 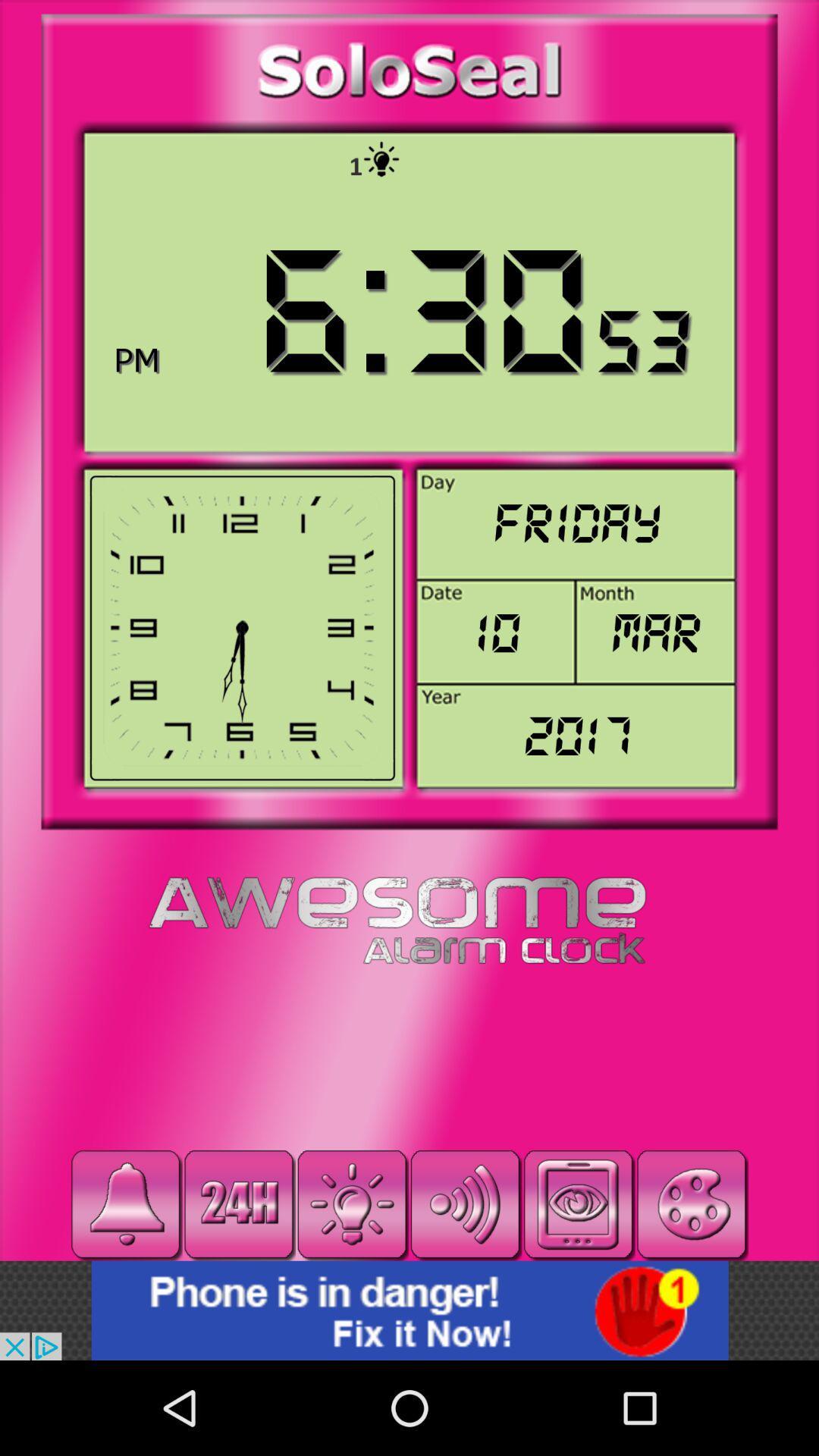 What do you see at coordinates (352, 1203) in the screenshot?
I see `adjust brightness` at bounding box center [352, 1203].